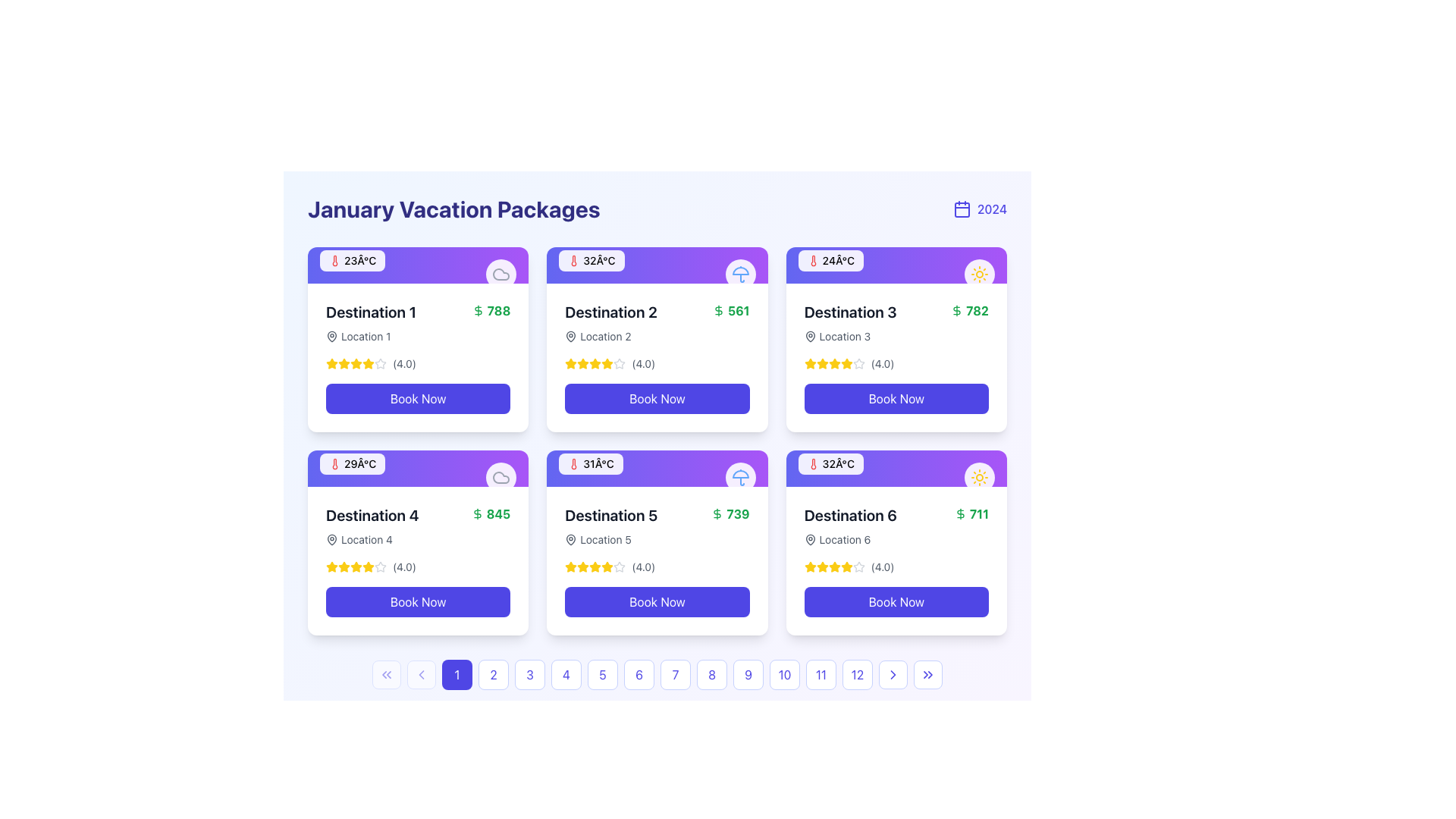 This screenshot has width=1456, height=819. Describe the element at coordinates (858, 674) in the screenshot. I see `the twelfth pagination button with a white background and indigo text ('12')` at that location.